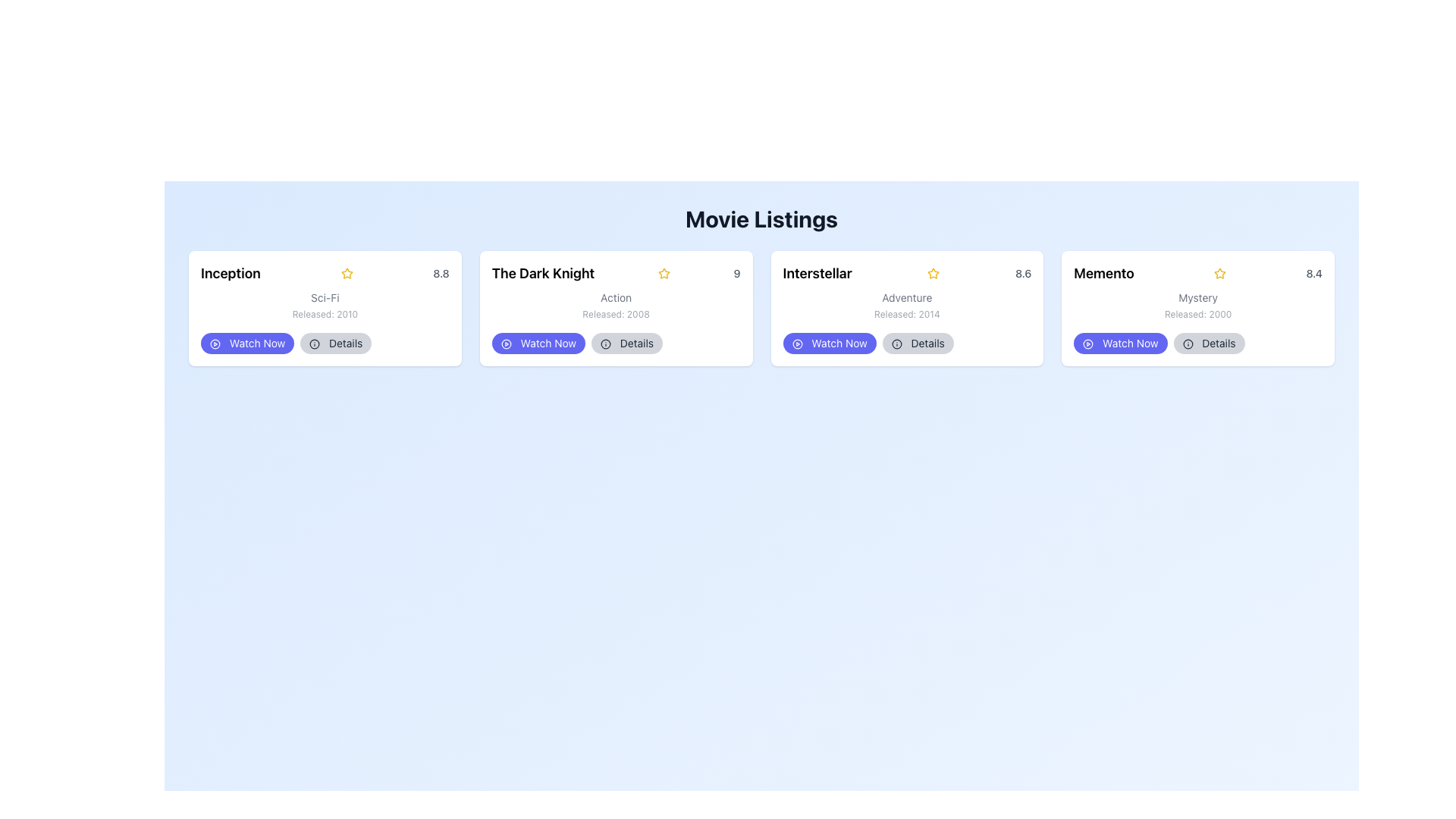 The height and width of the screenshot is (819, 1456). Describe the element at coordinates (506, 344) in the screenshot. I see `the circle icon within the SVG graphic on the 'Watch Now' button for 'The Dark Knight' movie card to initiate playback` at that location.